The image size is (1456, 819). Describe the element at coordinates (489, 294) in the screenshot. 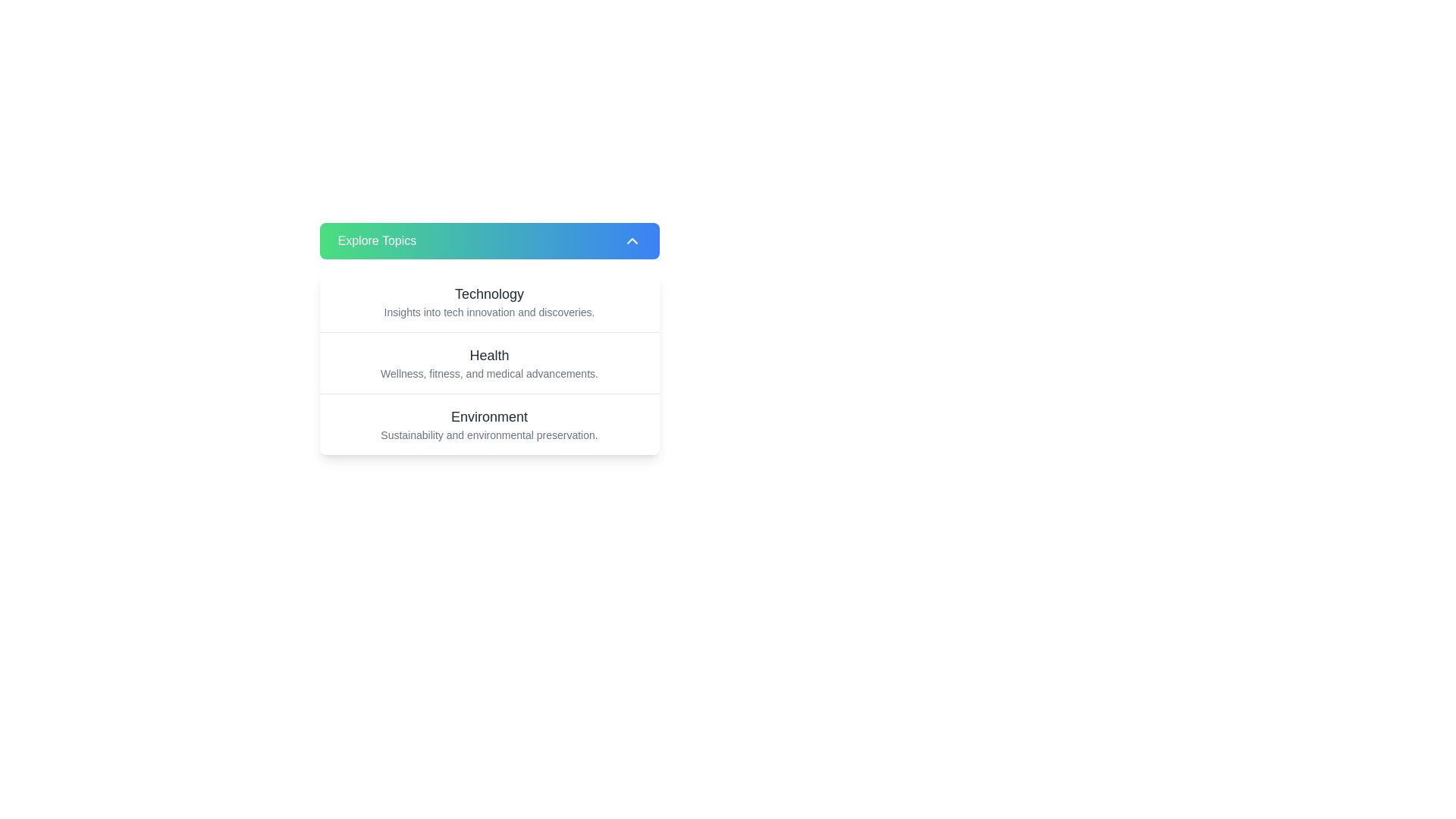

I see `text label titled 'Technology' located at the top-left of the dropdown menu, above the phrase 'Insights into tech innovation and discoveries.'` at that location.